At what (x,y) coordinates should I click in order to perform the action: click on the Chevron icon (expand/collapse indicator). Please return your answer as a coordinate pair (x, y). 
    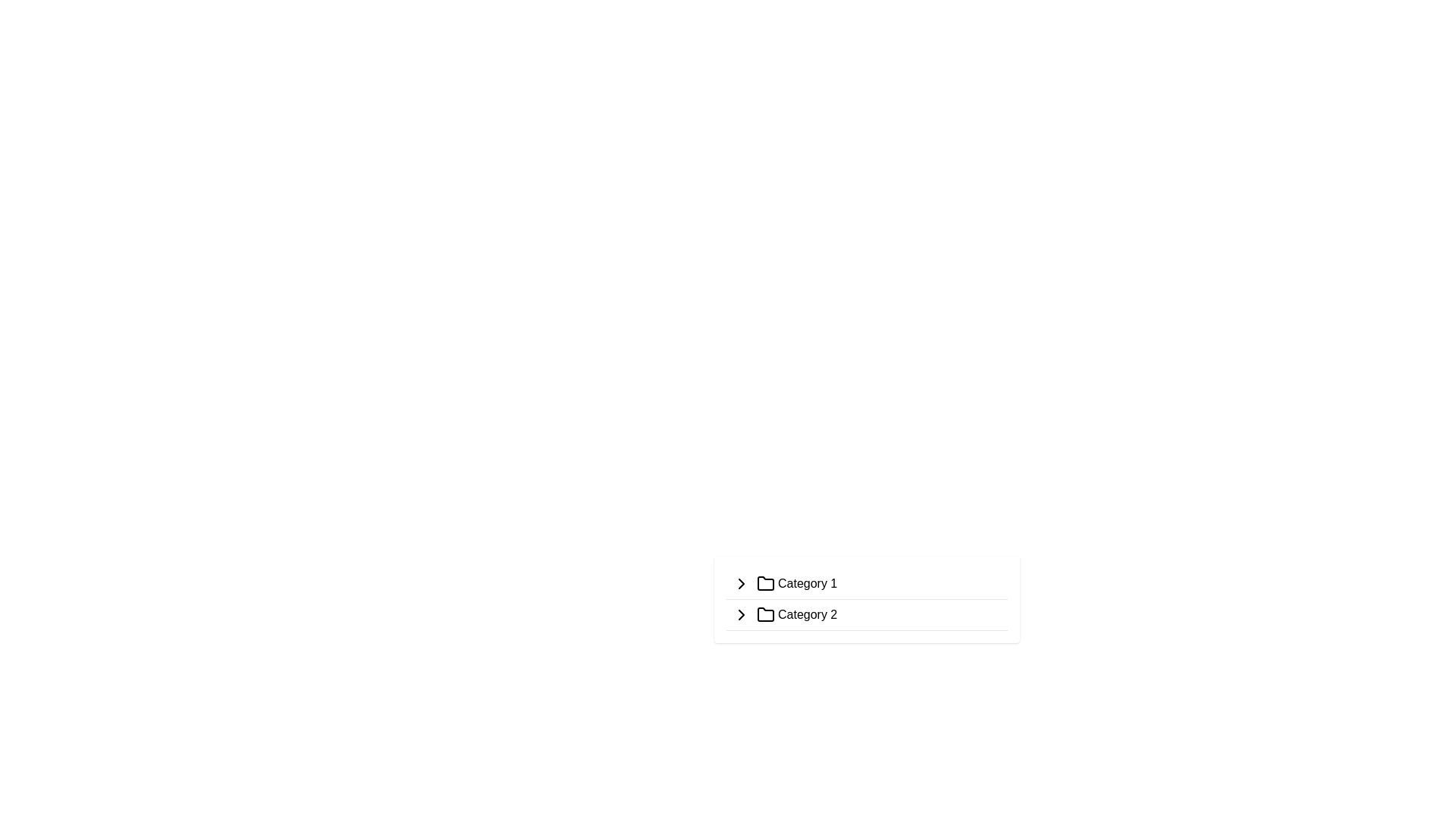
    Looking at the image, I should click on (742, 583).